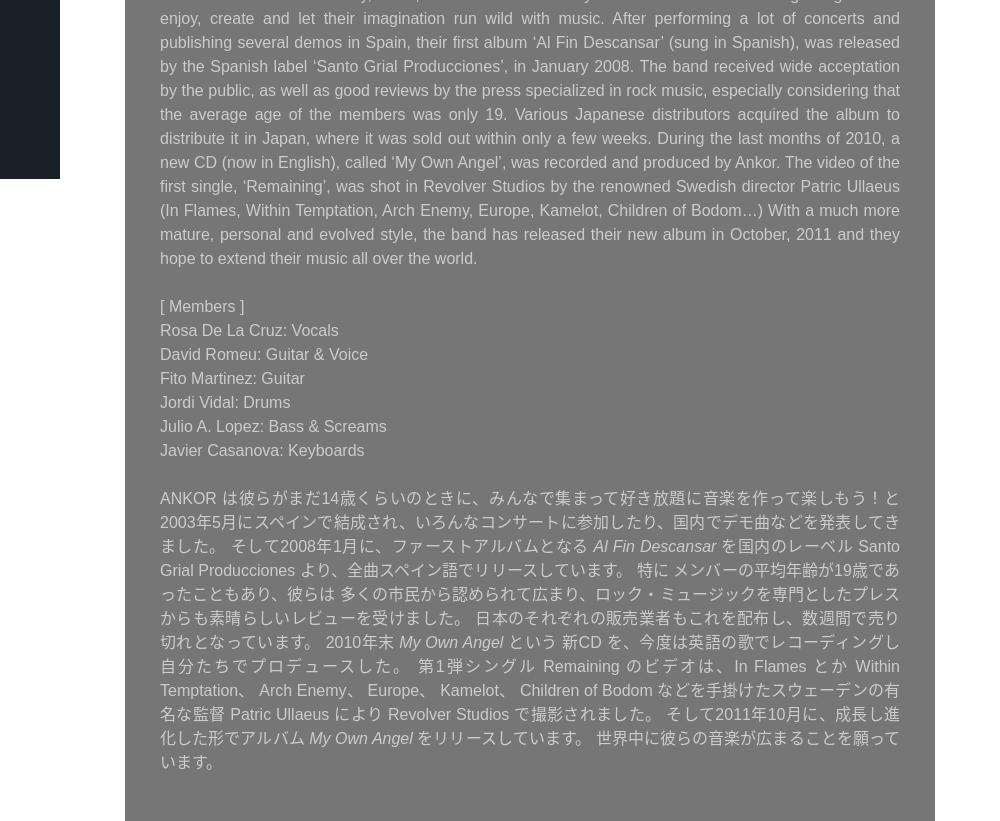  Describe the element at coordinates (654, 546) in the screenshot. I see `'Al Fin Descansar'` at that location.